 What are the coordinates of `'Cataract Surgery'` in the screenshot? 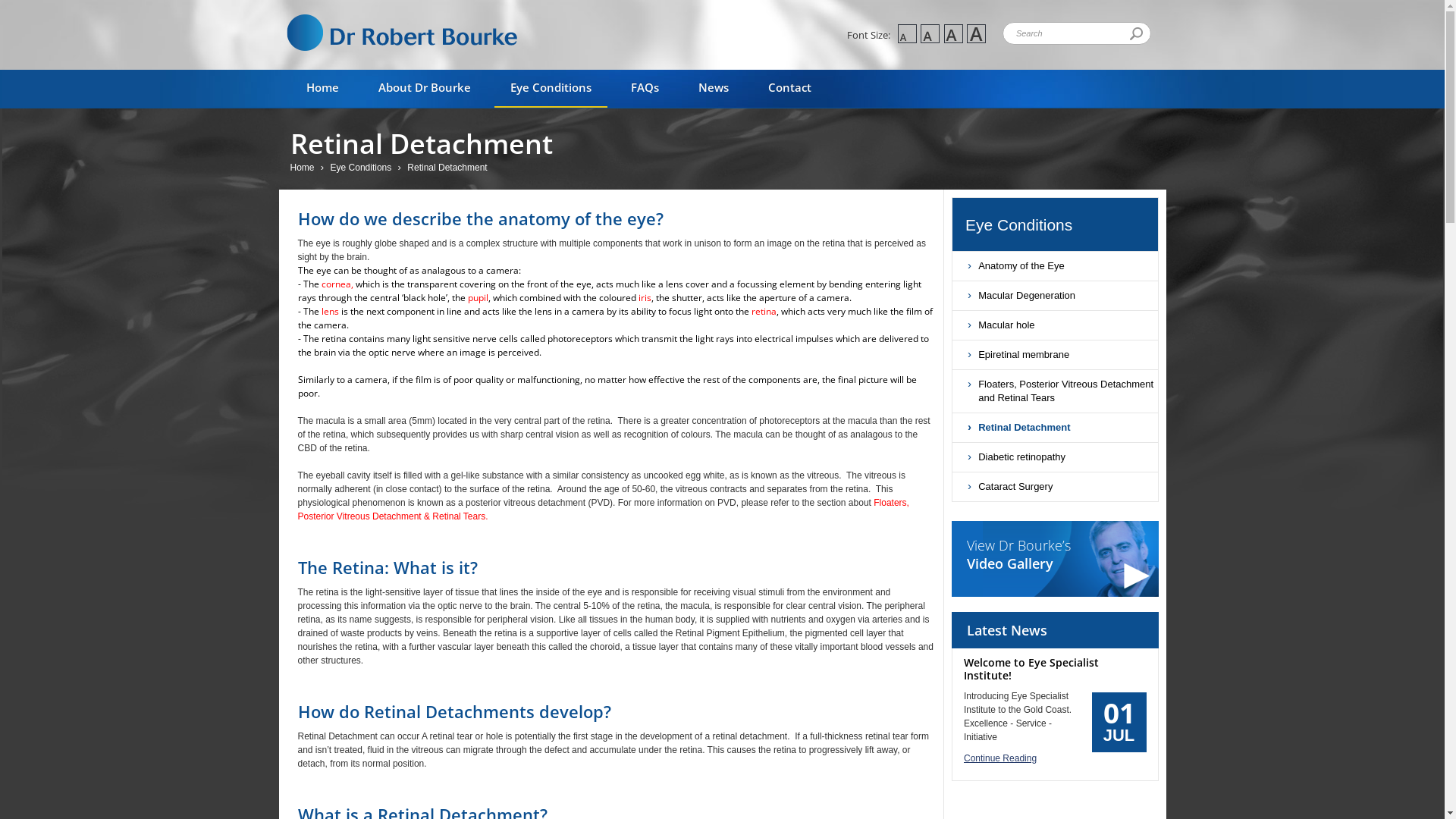 It's located at (952, 486).